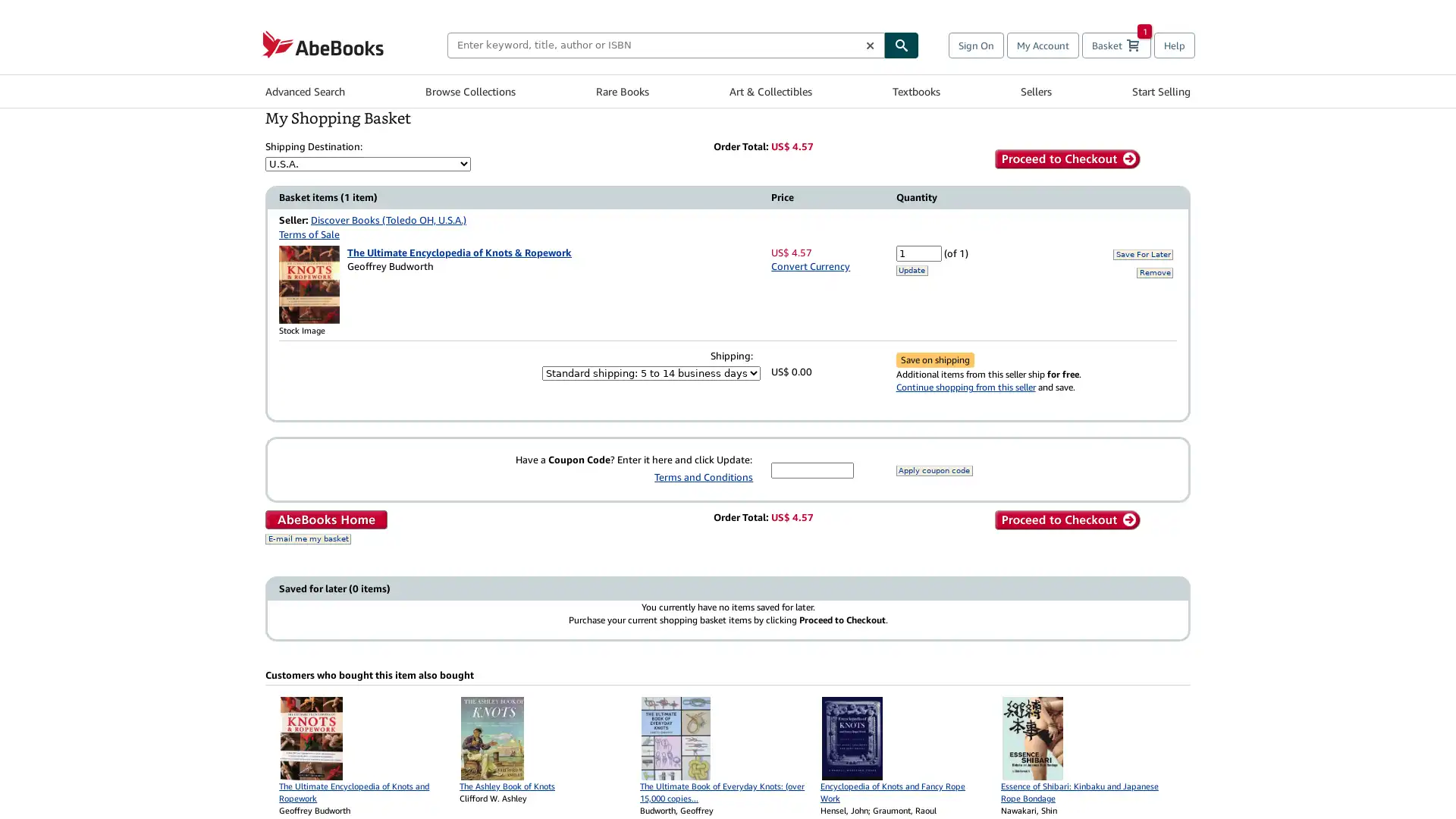  Describe the element at coordinates (1065, 158) in the screenshot. I see `Proceed to Checkout` at that location.